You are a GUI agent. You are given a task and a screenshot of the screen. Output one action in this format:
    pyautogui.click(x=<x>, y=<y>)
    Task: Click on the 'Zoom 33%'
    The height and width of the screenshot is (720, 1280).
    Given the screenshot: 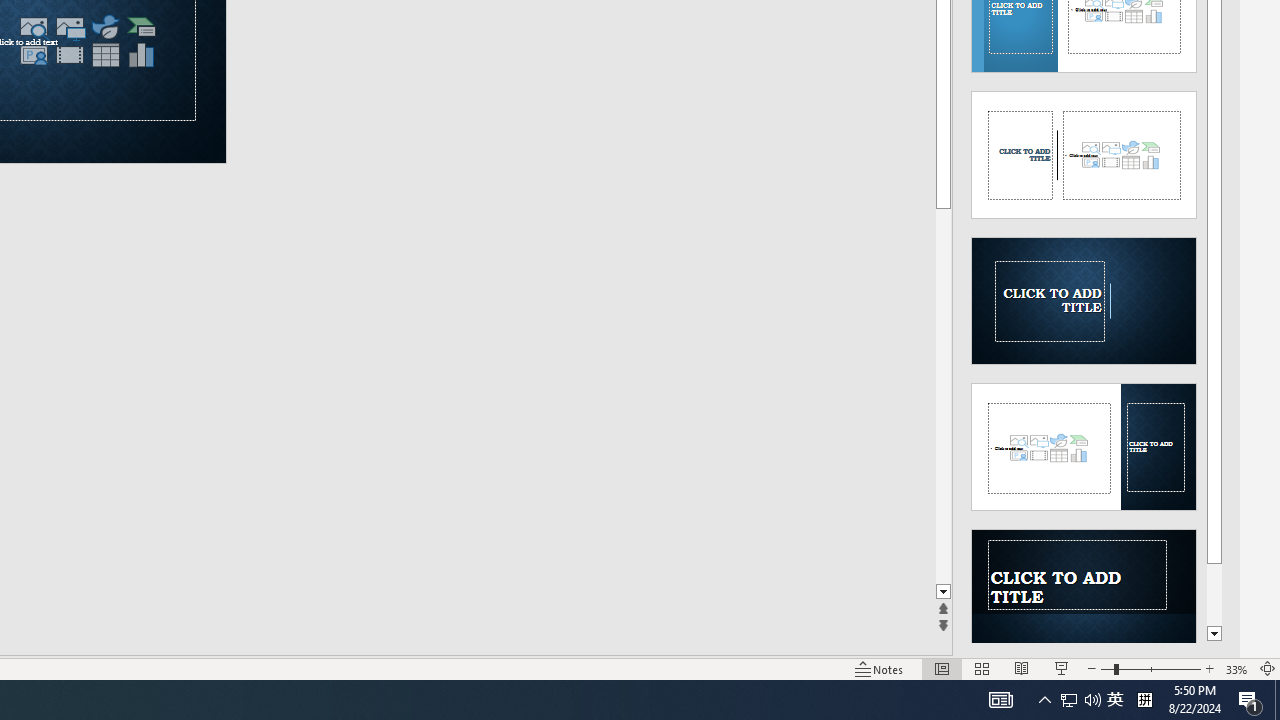 What is the action you would take?
    pyautogui.click(x=1236, y=669)
    